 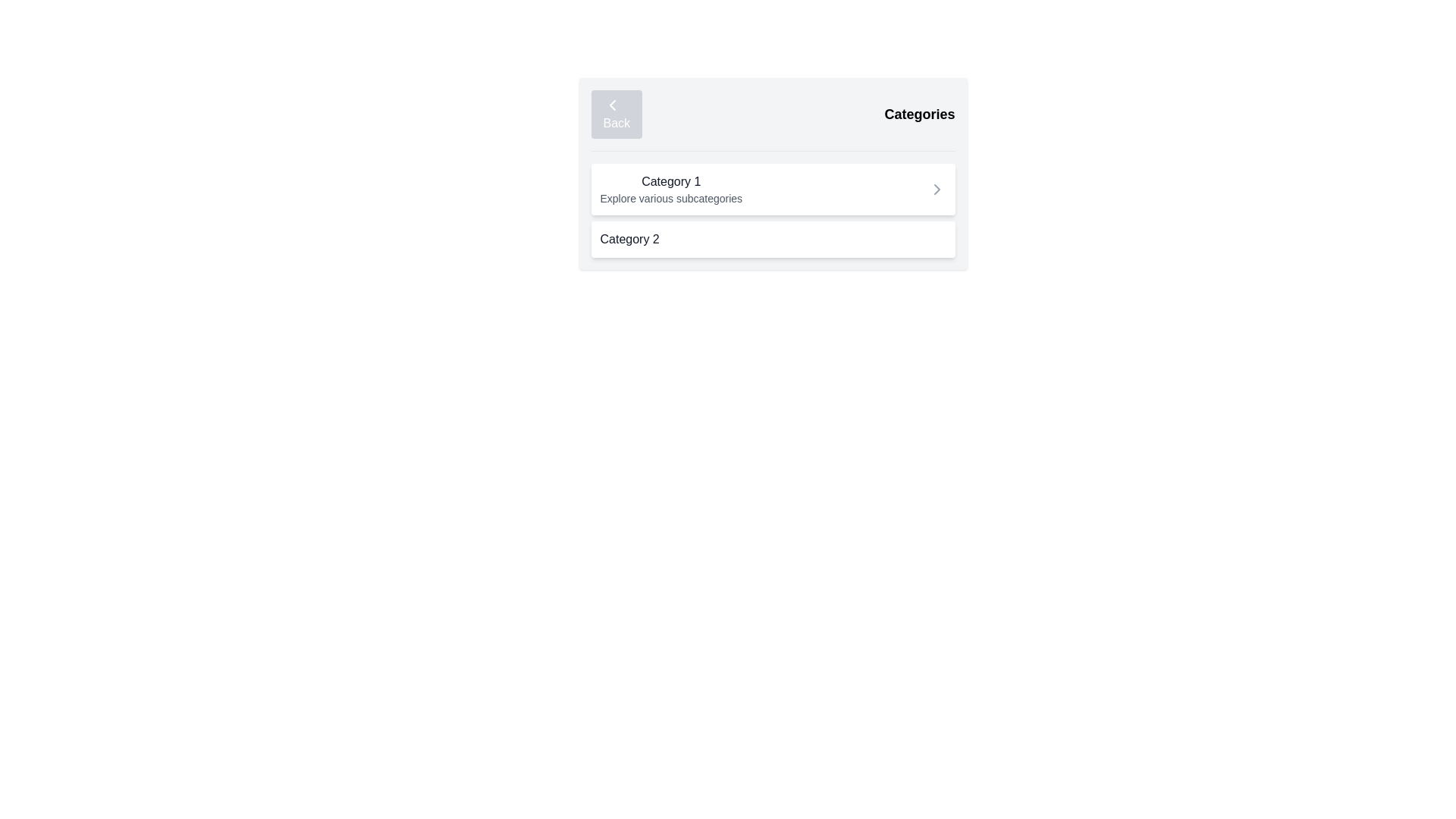 I want to click on the navigational icon located in the top-right corner of the 'Category 1' line item, so click(x=936, y=189).